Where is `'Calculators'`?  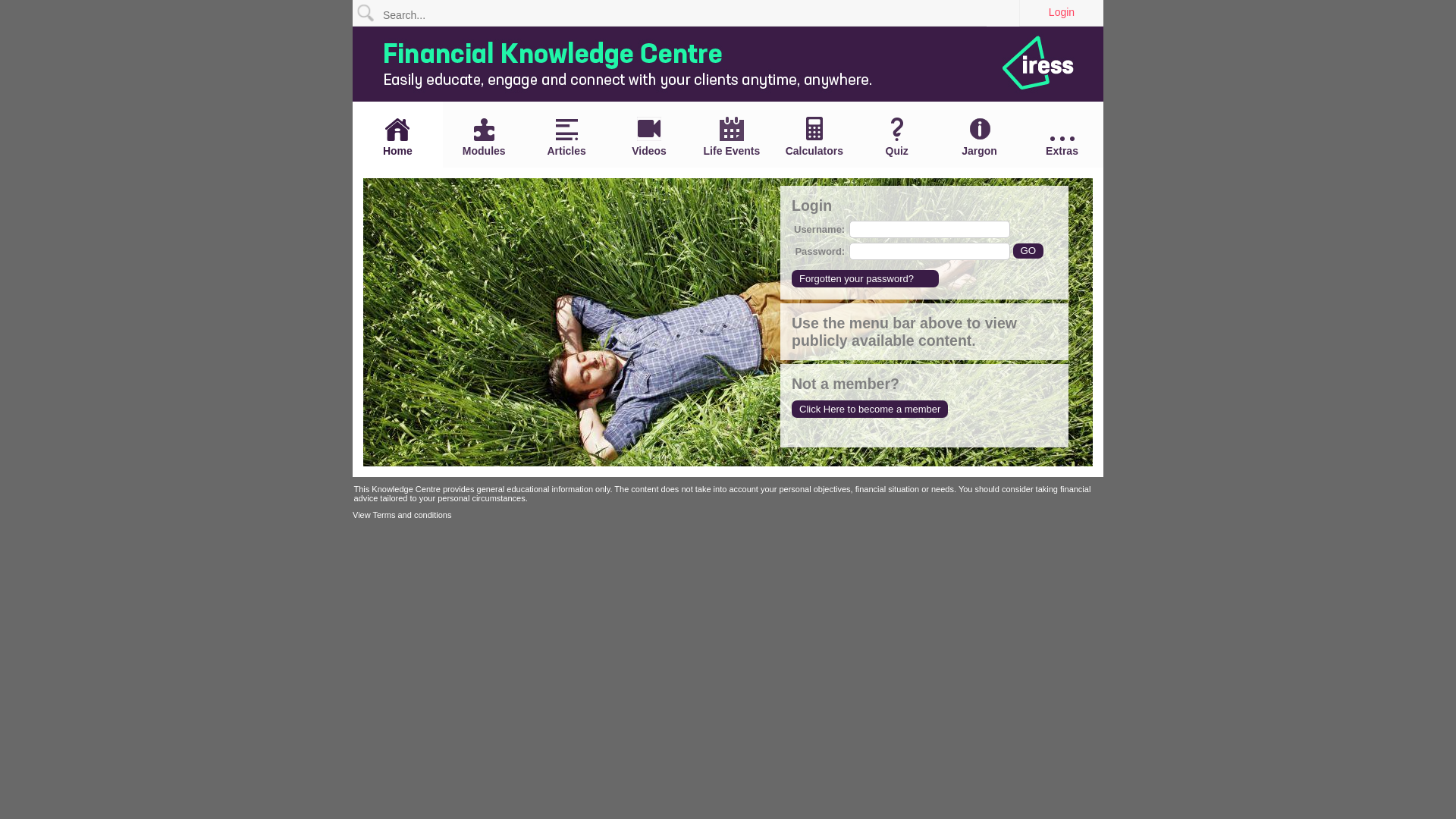 'Calculators' is located at coordinates (813, 136).